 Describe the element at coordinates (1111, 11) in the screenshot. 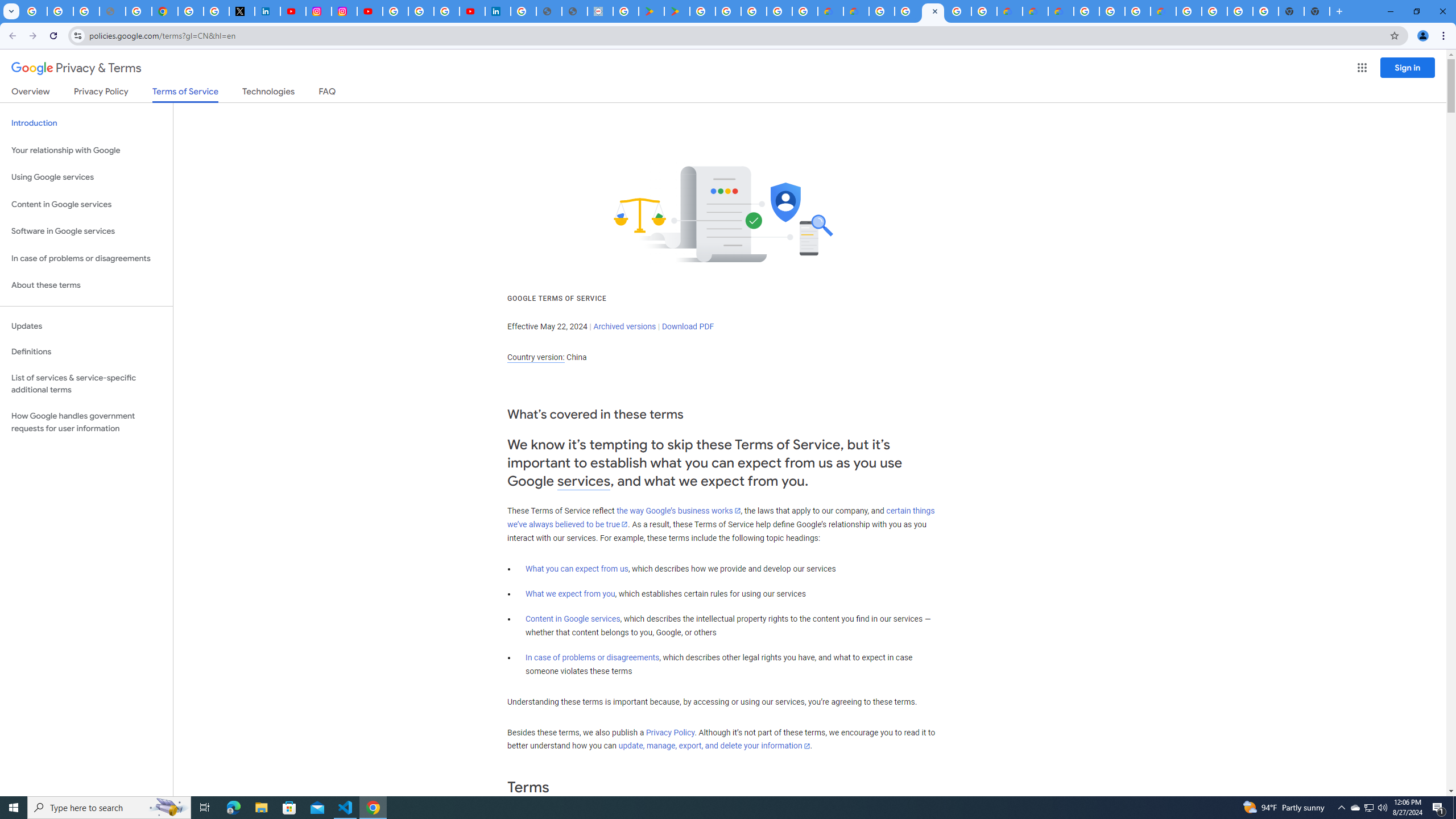

I see `'Browse Chrome as a guest - Computer - Google Chrome Help'` at that location.